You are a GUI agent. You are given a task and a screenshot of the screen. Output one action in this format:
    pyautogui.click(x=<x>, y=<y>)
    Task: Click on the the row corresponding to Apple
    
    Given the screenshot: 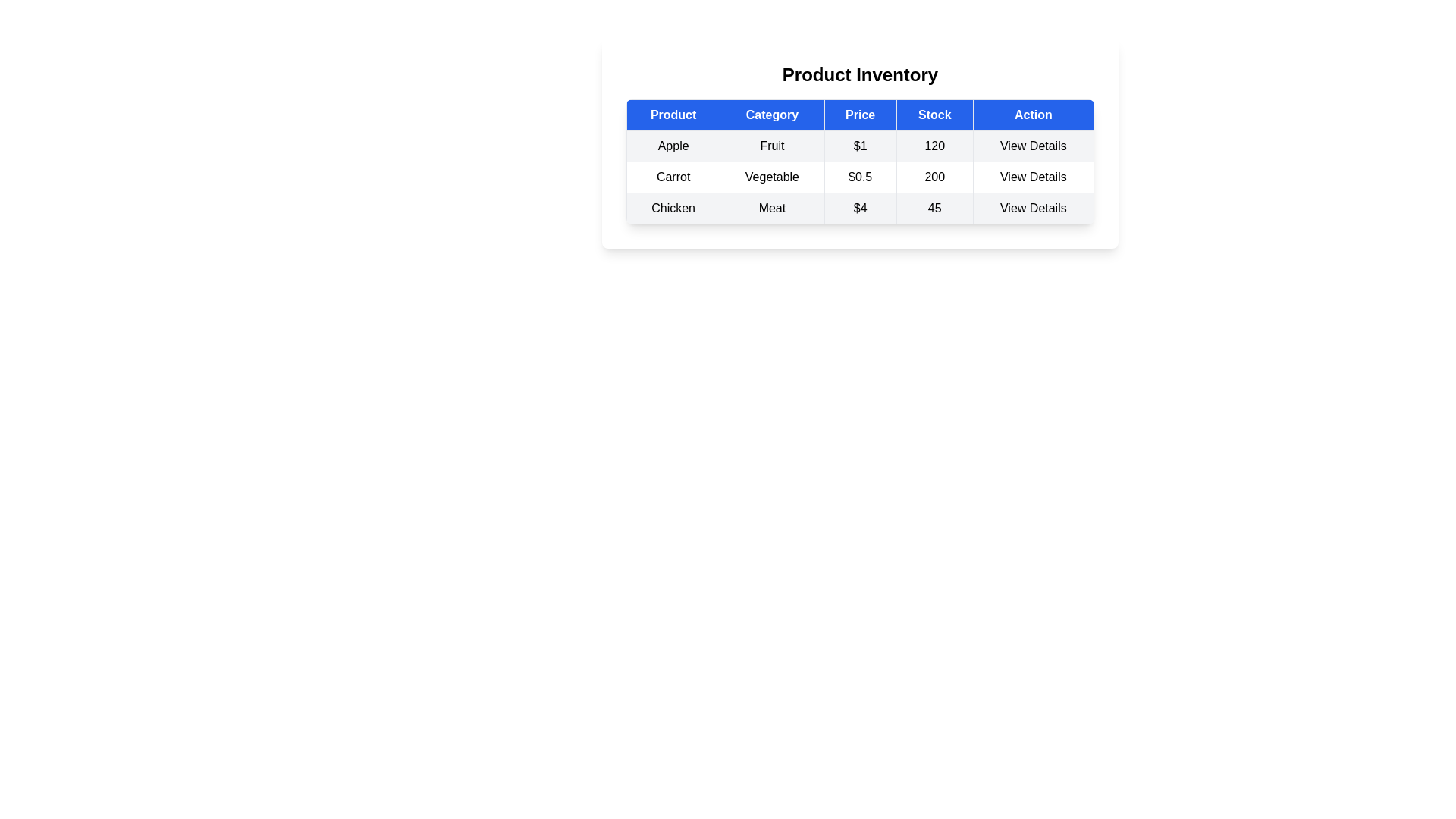 What is the action you would take?
    pyautogui.click(x=860, y=146)
    